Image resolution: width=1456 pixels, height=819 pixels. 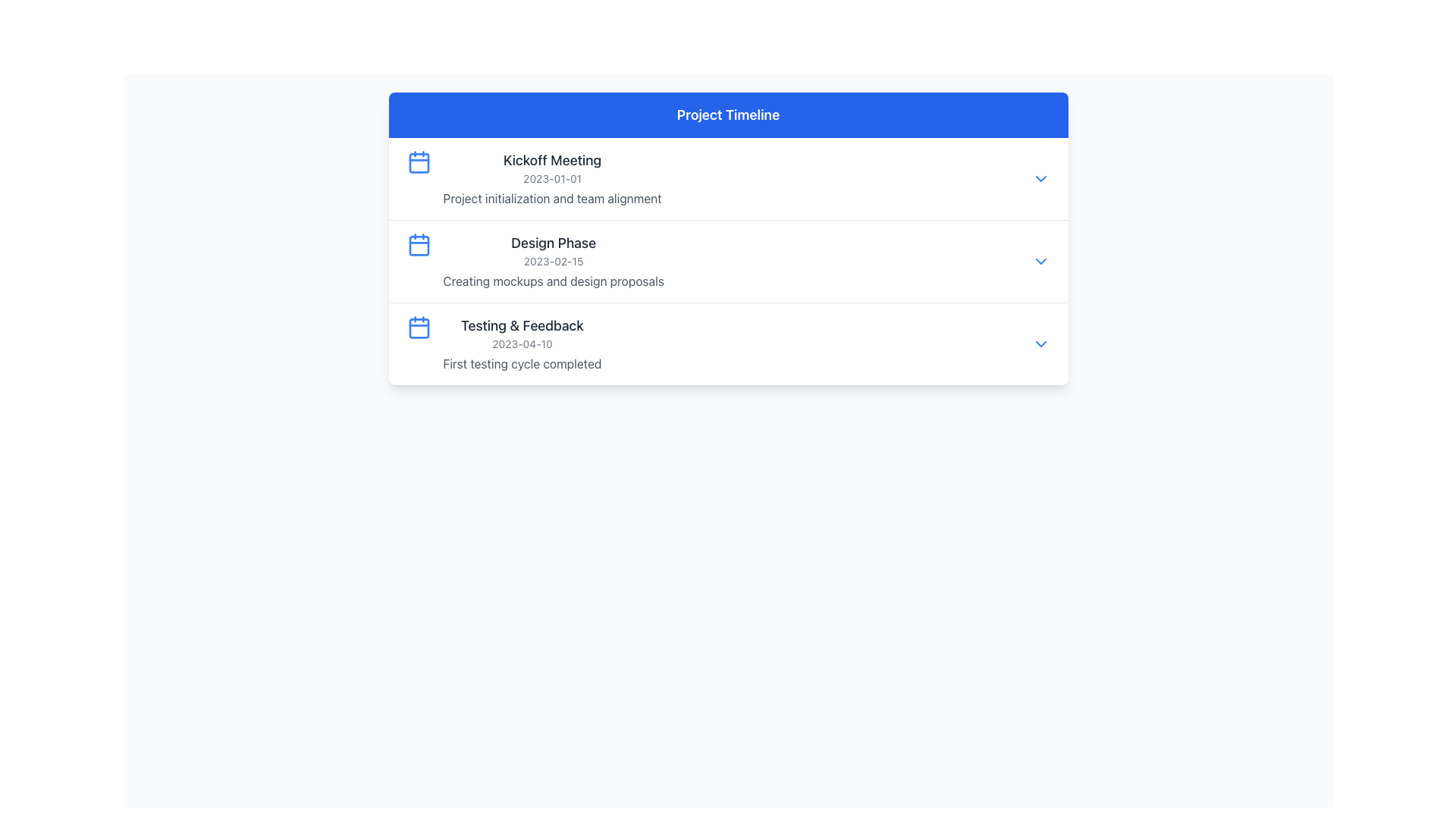 I want to click on event details from the first list item titled 'Kickoff Meeting' in the 'Project Timeline' panel, which includes the date and description, so click(x=728, y=177).